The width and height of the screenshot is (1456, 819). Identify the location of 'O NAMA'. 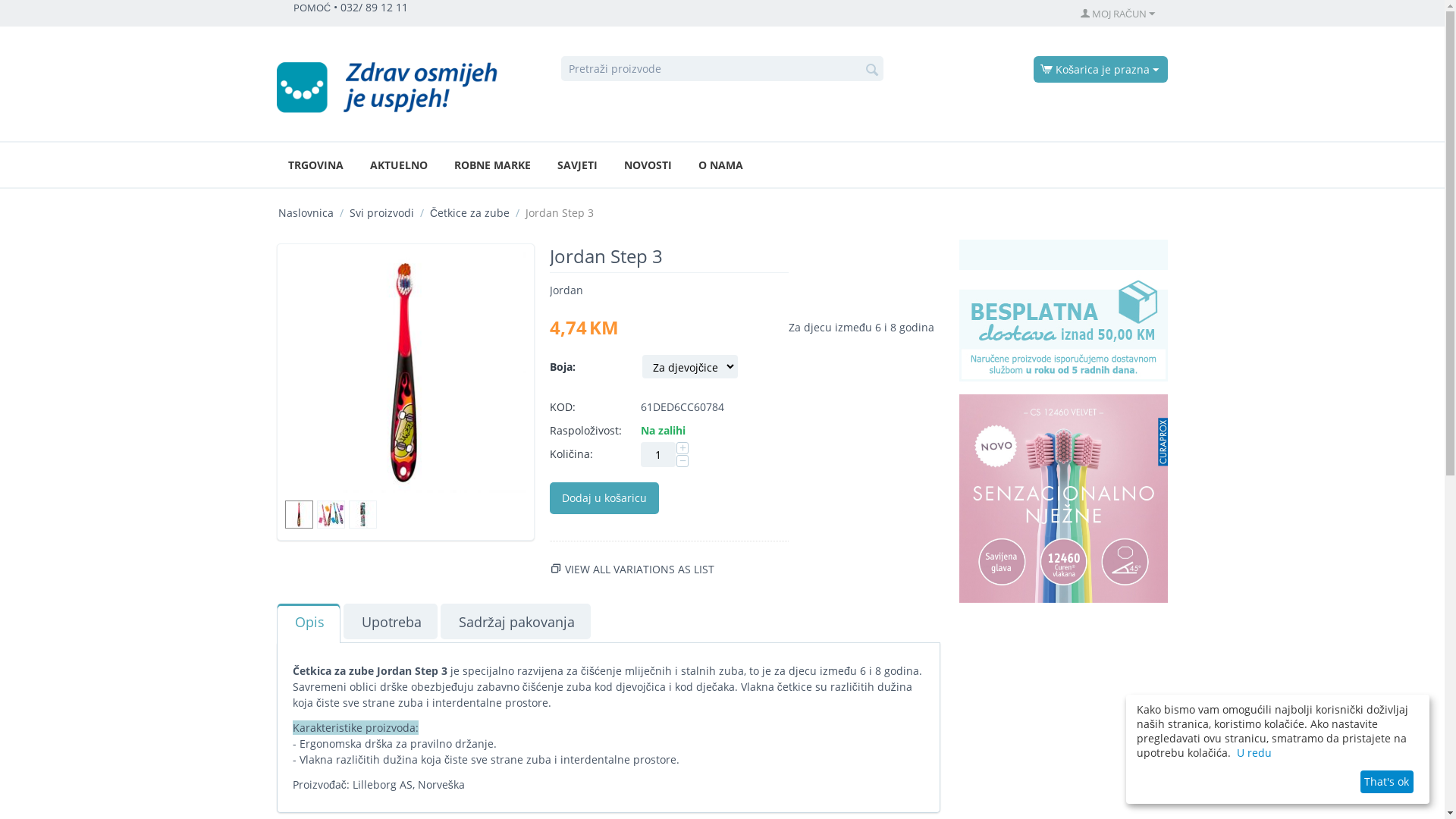
(720, 165).